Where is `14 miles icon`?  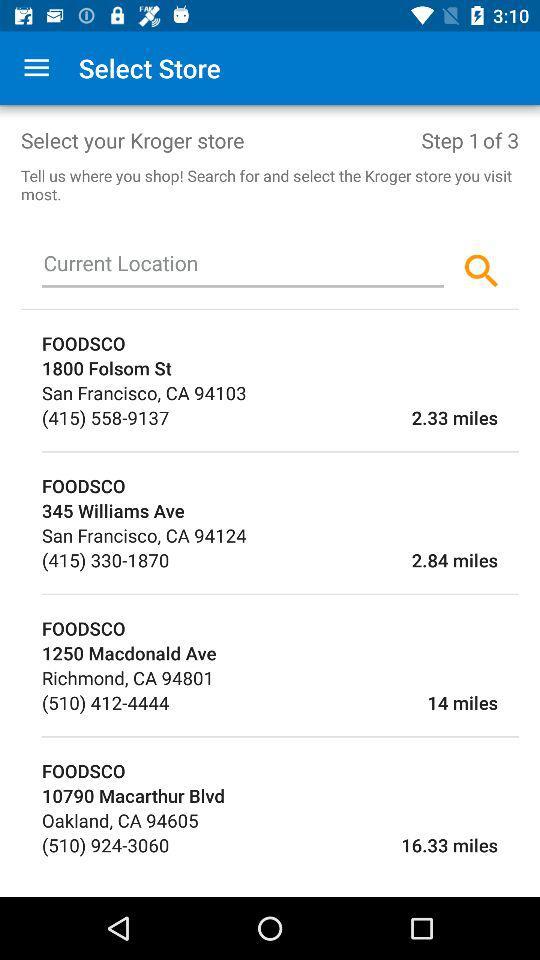
14 miles icon is located at coordinates (333, 702).